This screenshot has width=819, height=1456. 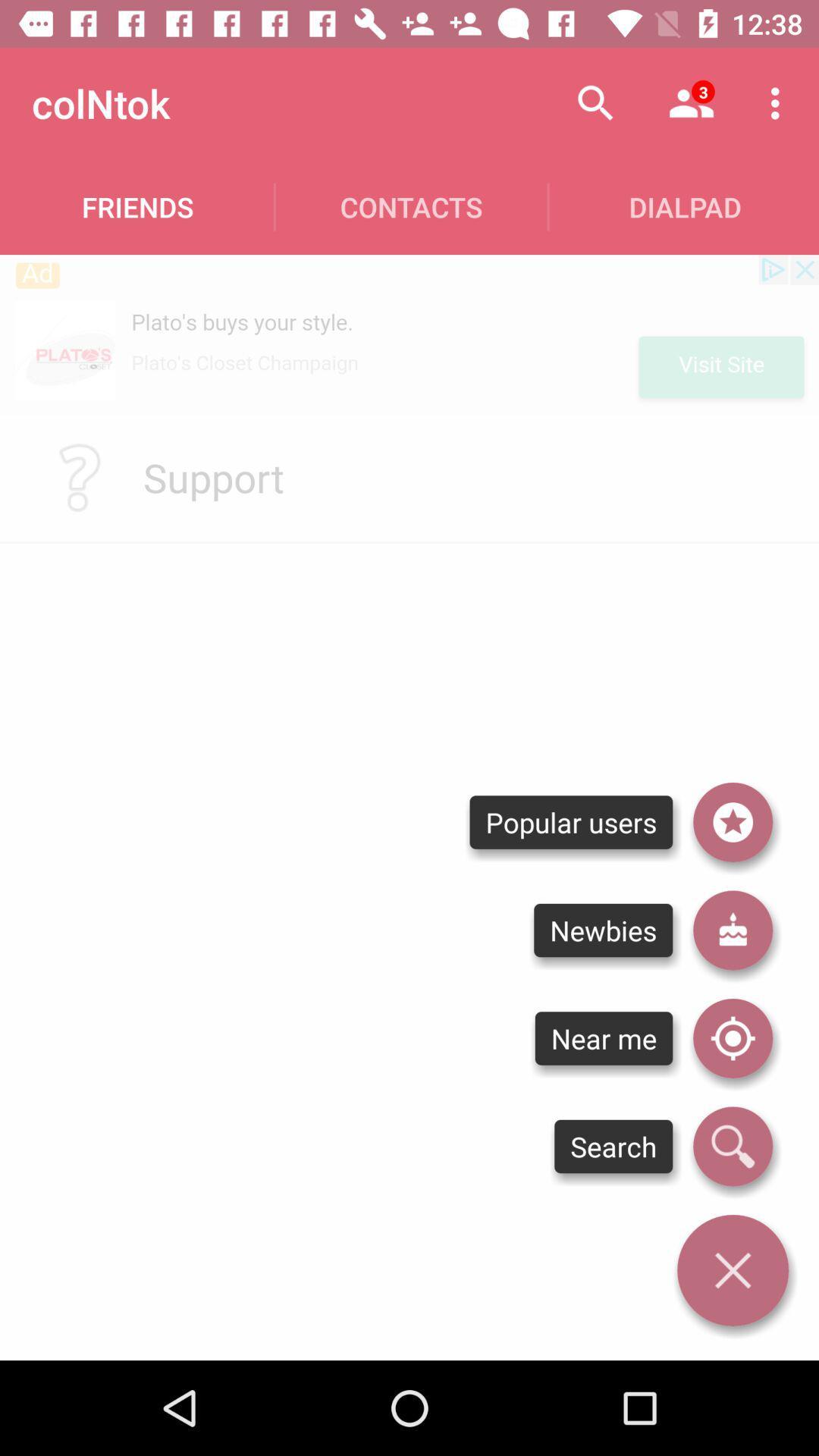 What do you see at coordinates (409, 334) in the screenshot?
I see `website` at bounding box center [409, 334].